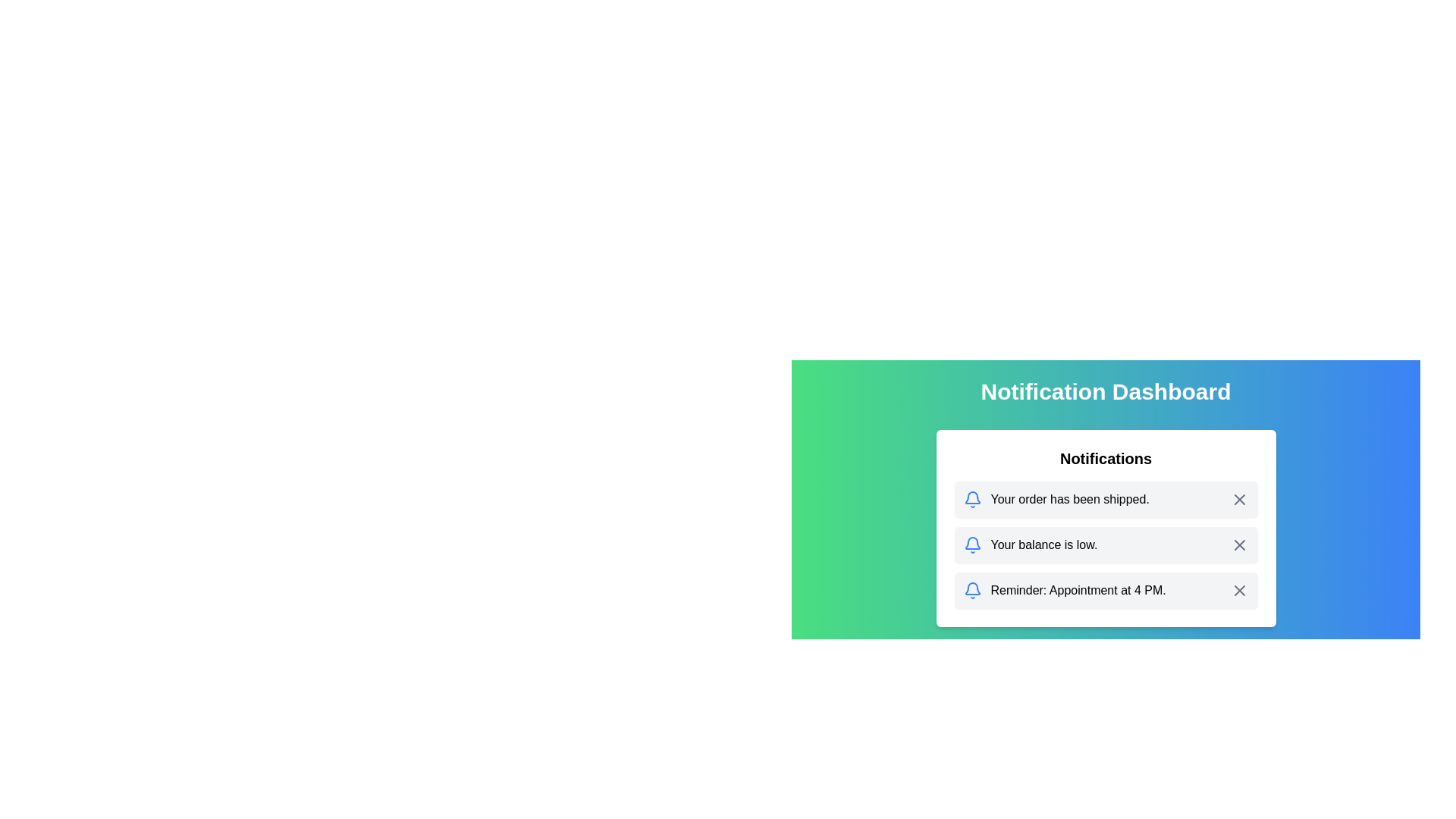 Image resolution: width=1456 pixels, height=819 pixels. Describe the element at coordinates (1064, 590) in the screenshot. I see `notification text from the Notification item which features a blue bell icon and the text 'Reminder: Appointment at 4 PM.'` at that location.